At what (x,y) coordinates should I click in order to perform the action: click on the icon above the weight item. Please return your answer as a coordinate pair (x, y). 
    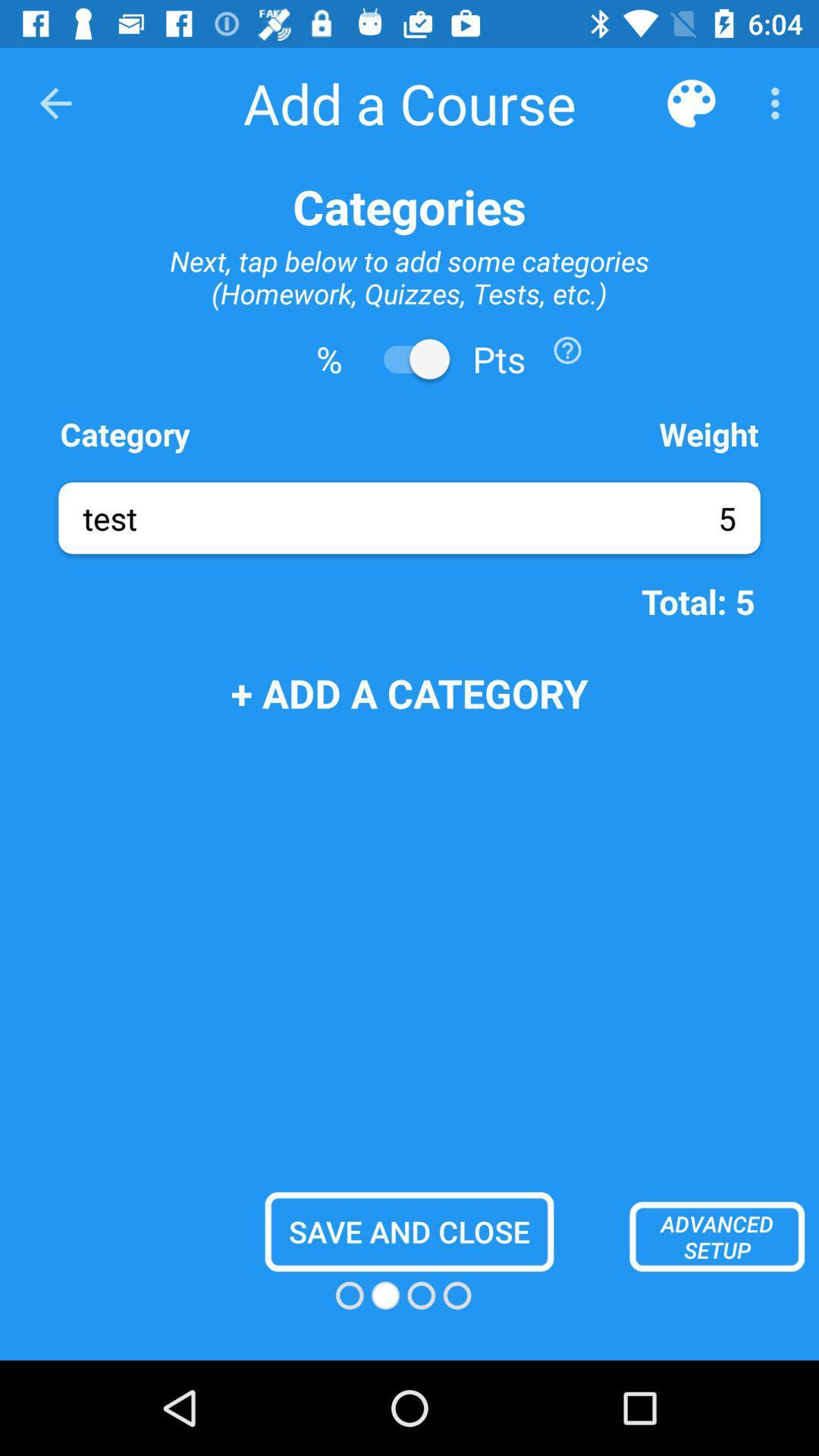
    Looking at the image, I should click on (567, 349).